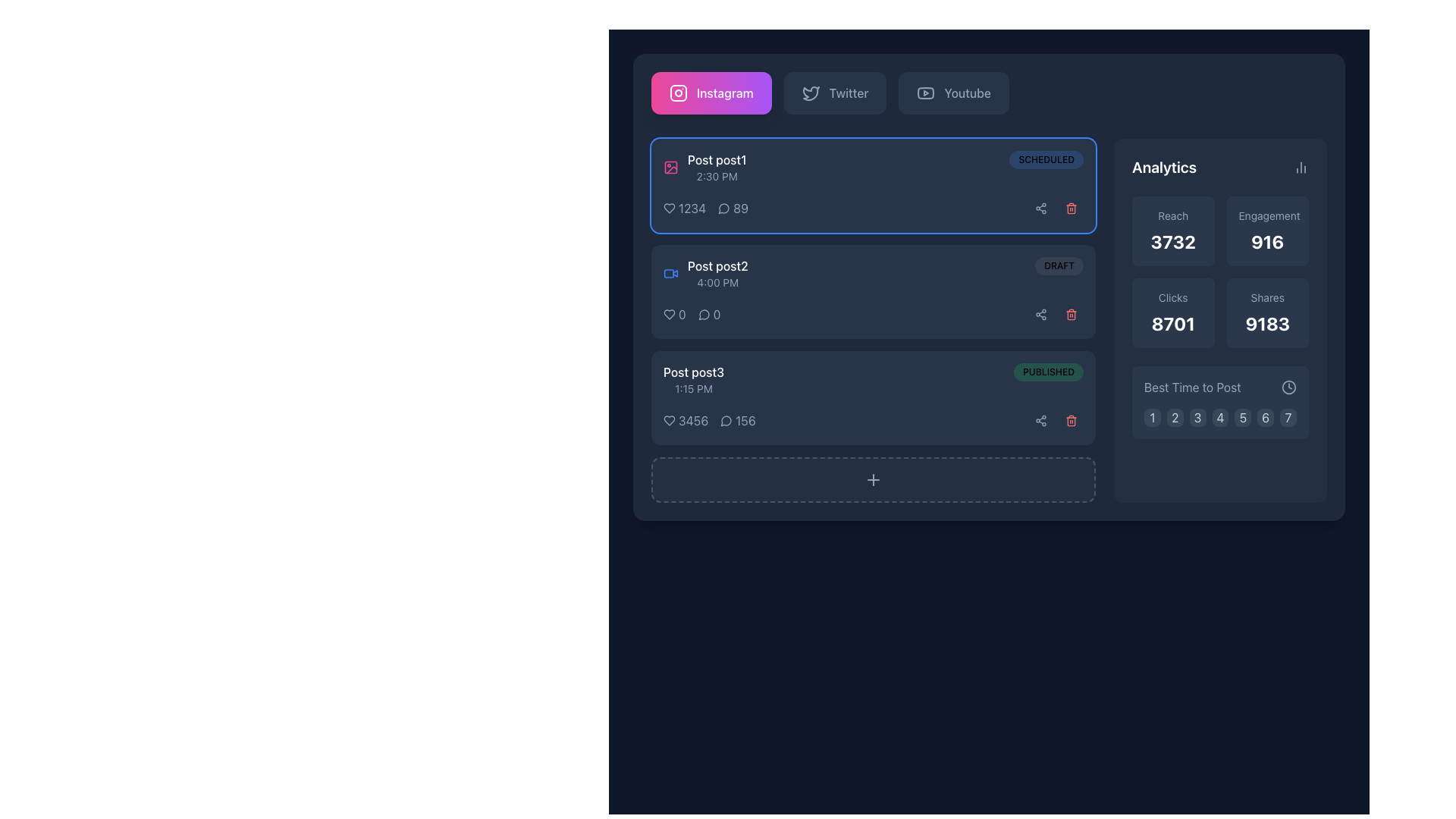  What do you see at coordinates (673, 314) in the screenshot?
I see `the numeric display of '0' with a heart-shaped icon, which is the first counter below the 'Post post2' section in the dark-themed interface` at bounding box center [673, 314].